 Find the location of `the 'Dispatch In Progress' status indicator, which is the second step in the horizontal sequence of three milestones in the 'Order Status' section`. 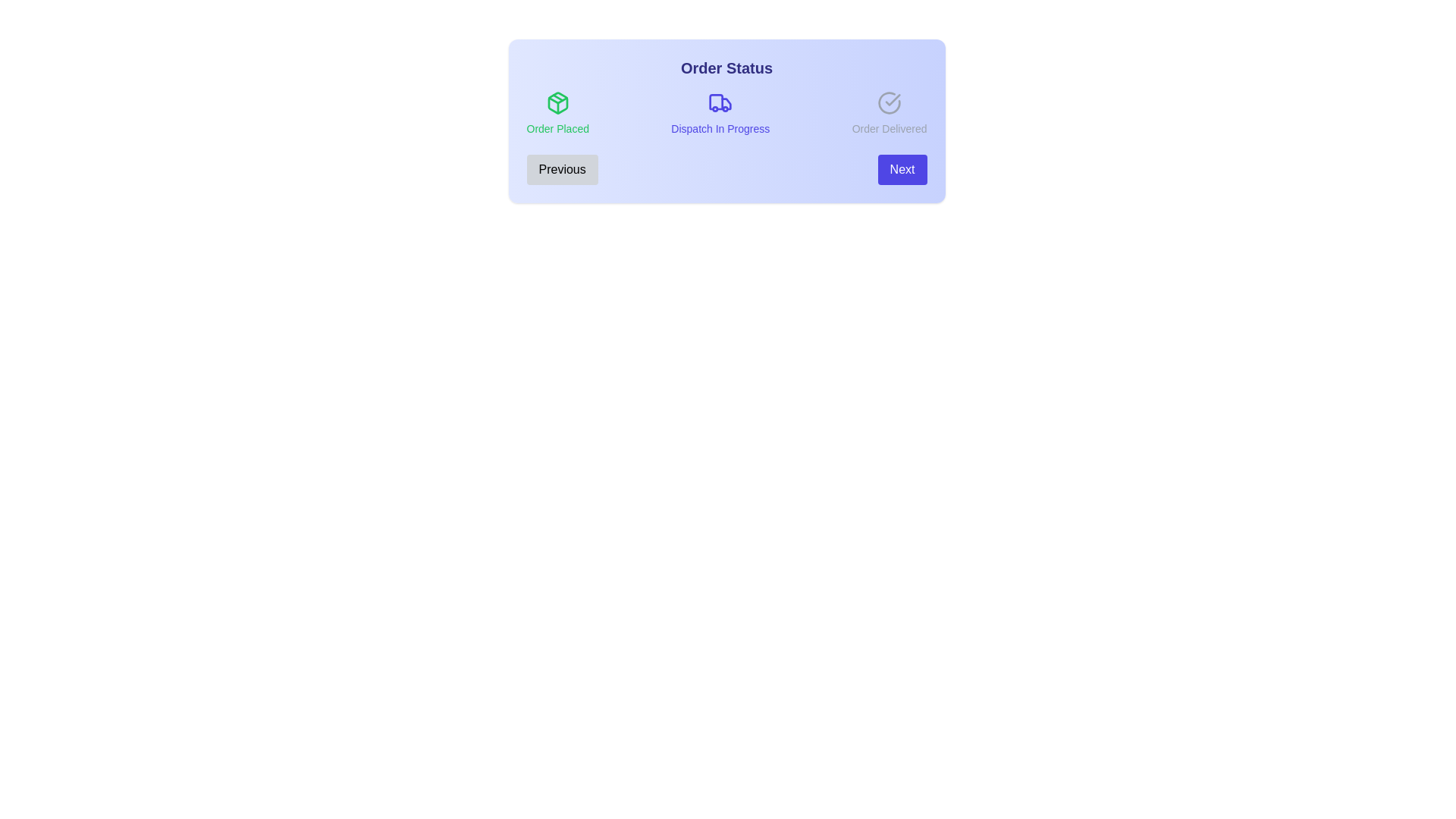

the 'Dispatch In Progress' status indicator, which is the second step in the horizontal sequence of three milestones in the 'Order Status' section is located at coordinates (720, 113).